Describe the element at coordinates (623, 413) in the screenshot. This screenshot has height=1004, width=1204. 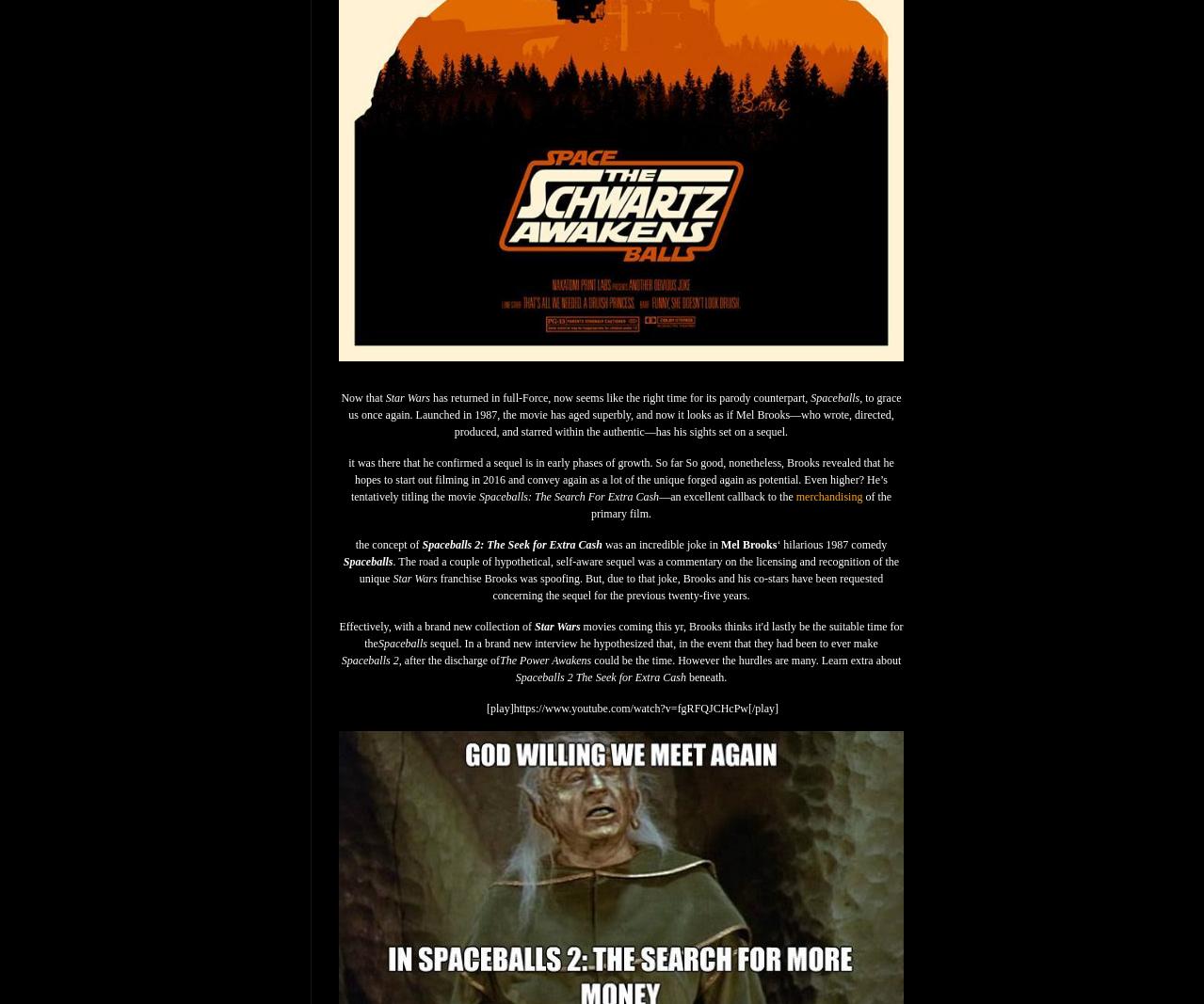
I see `', to grace us once again. Launched in 1987, the movie has aged superbly, and now it looks as if Mel Brooks—who wrote, directed, produced, and starred within the authentic—has his sights set on a sequel.'` at that location.